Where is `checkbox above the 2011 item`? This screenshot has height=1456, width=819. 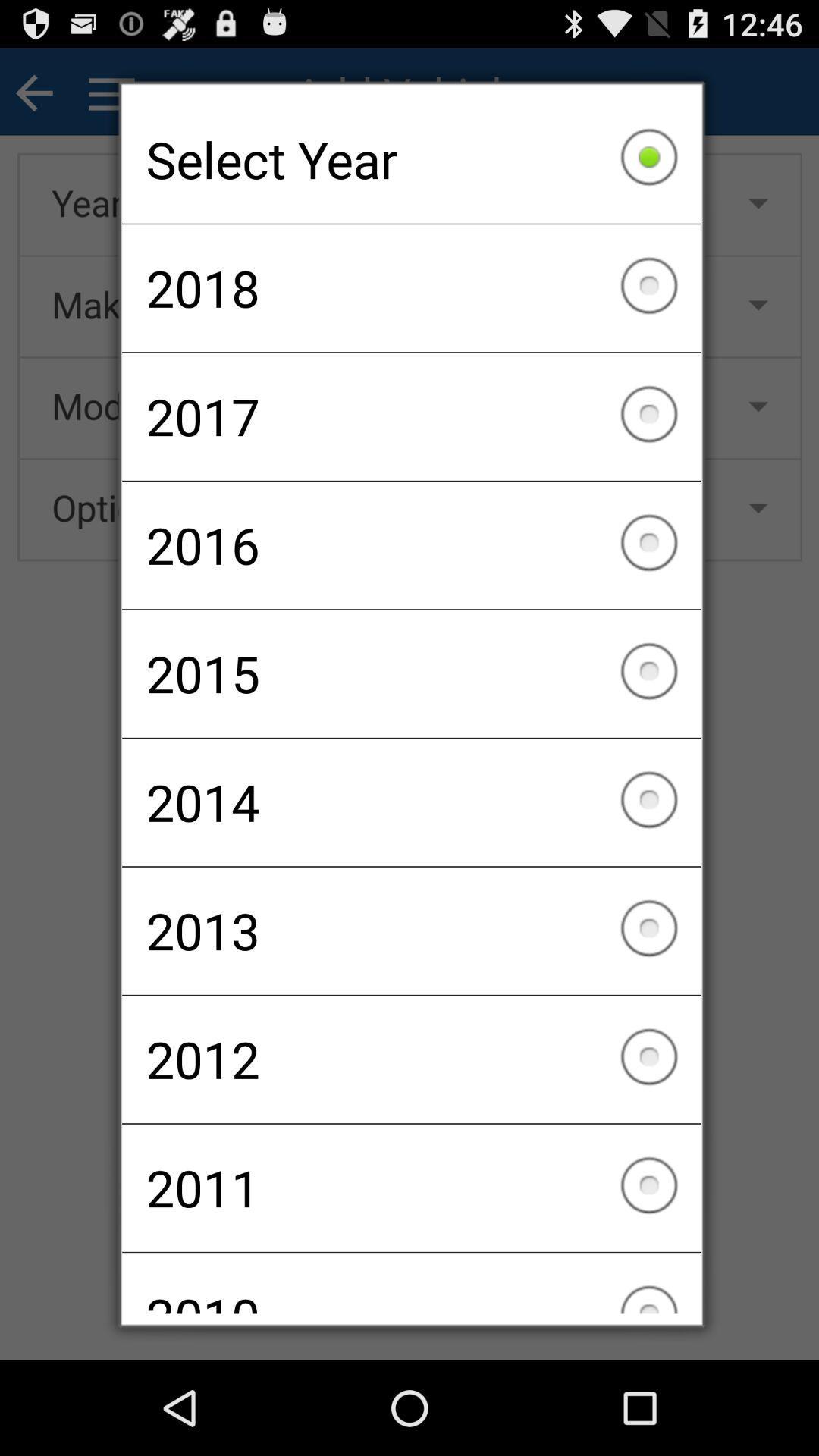
checkbox above the 2011 item is located at coordinates (411, 1059).